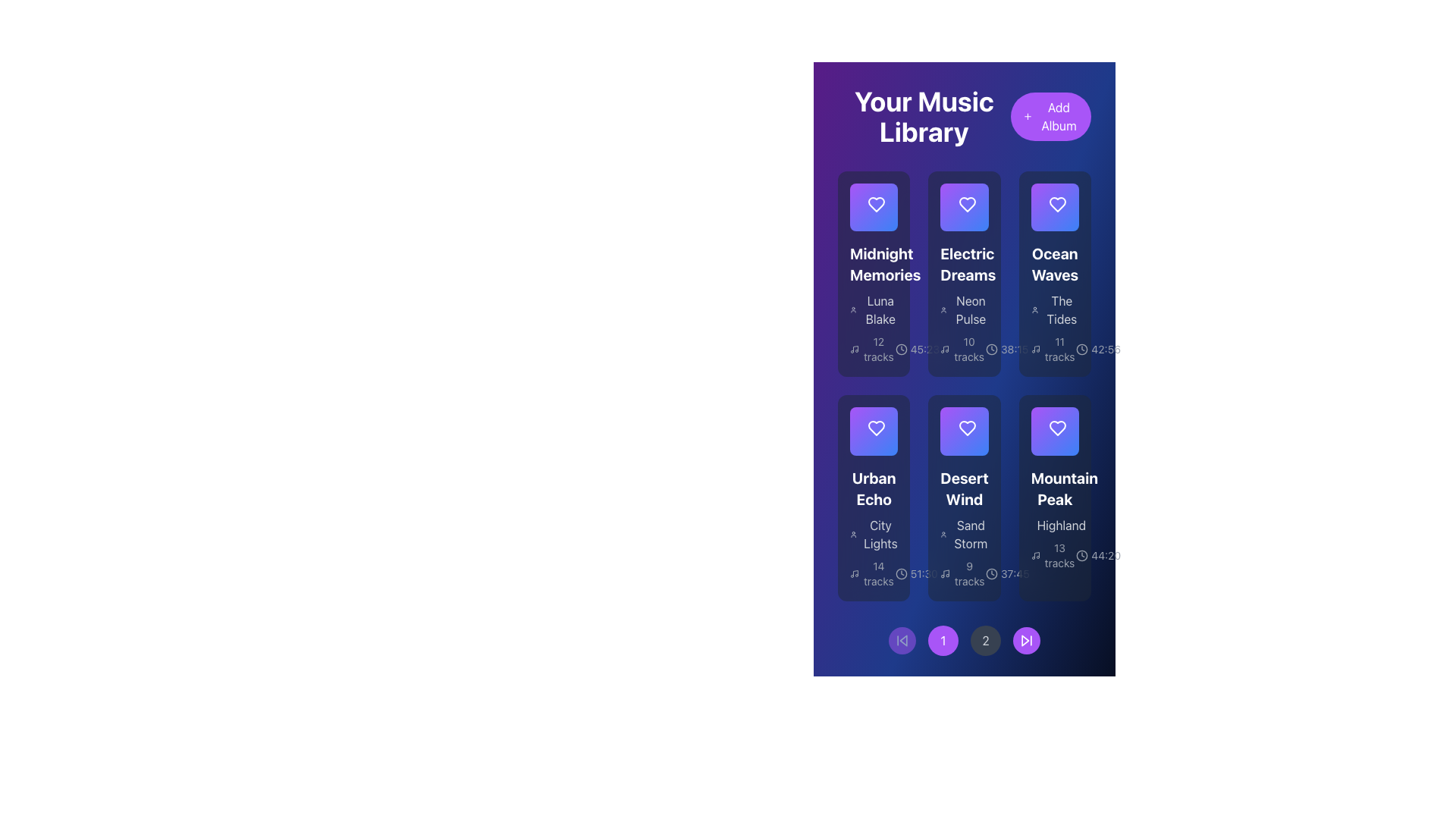  Describe the element at coordinates (874, 431) in the screenshot. I see `the square-shaped button with a gradient background from purple to blue, featuring a white heart icon, located in the middle row, leftmost column of the grid layout of the 'Urban Echo' card` at that location.